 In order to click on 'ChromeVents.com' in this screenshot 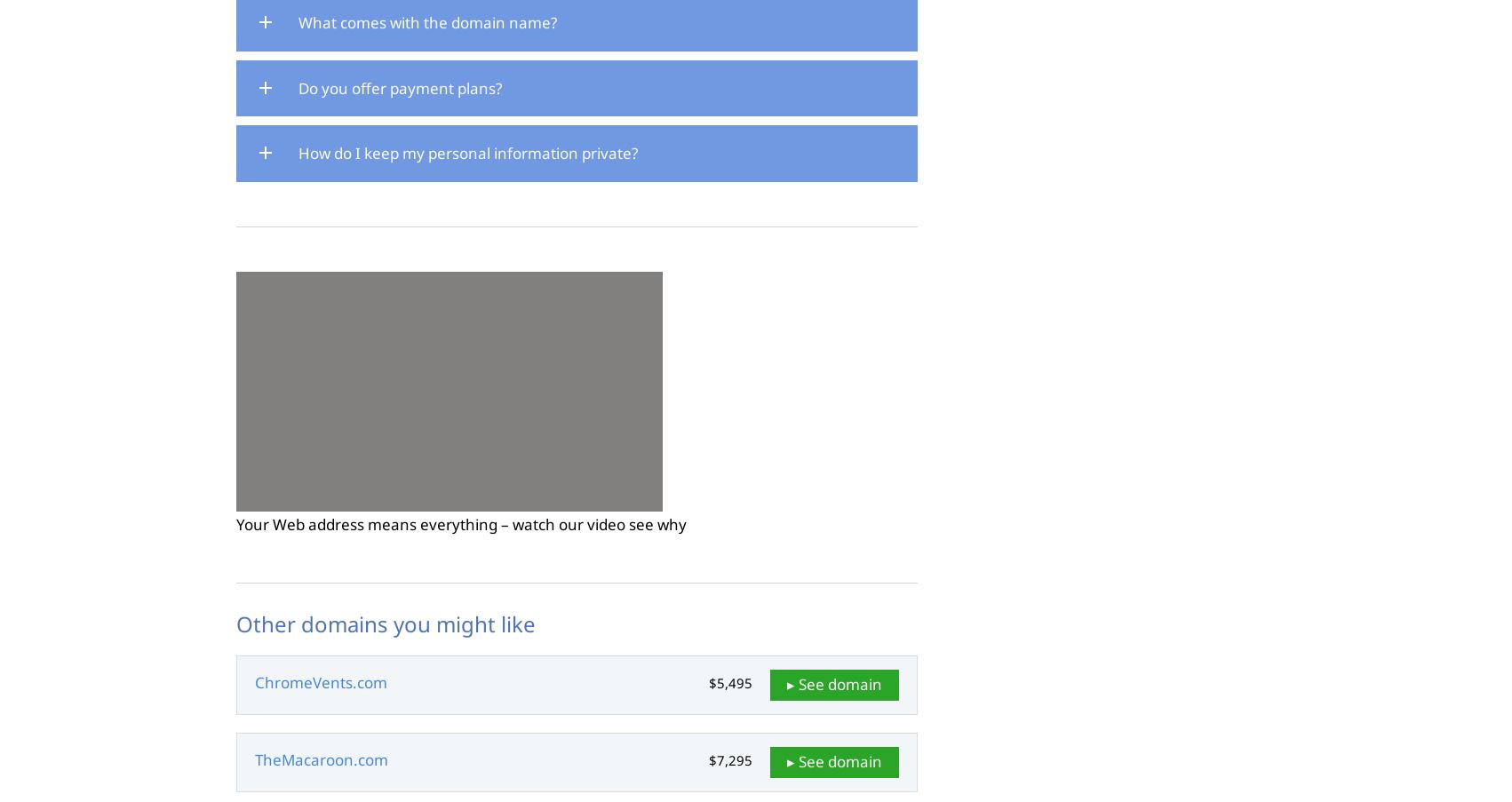, I will do `click(321, 682)`.